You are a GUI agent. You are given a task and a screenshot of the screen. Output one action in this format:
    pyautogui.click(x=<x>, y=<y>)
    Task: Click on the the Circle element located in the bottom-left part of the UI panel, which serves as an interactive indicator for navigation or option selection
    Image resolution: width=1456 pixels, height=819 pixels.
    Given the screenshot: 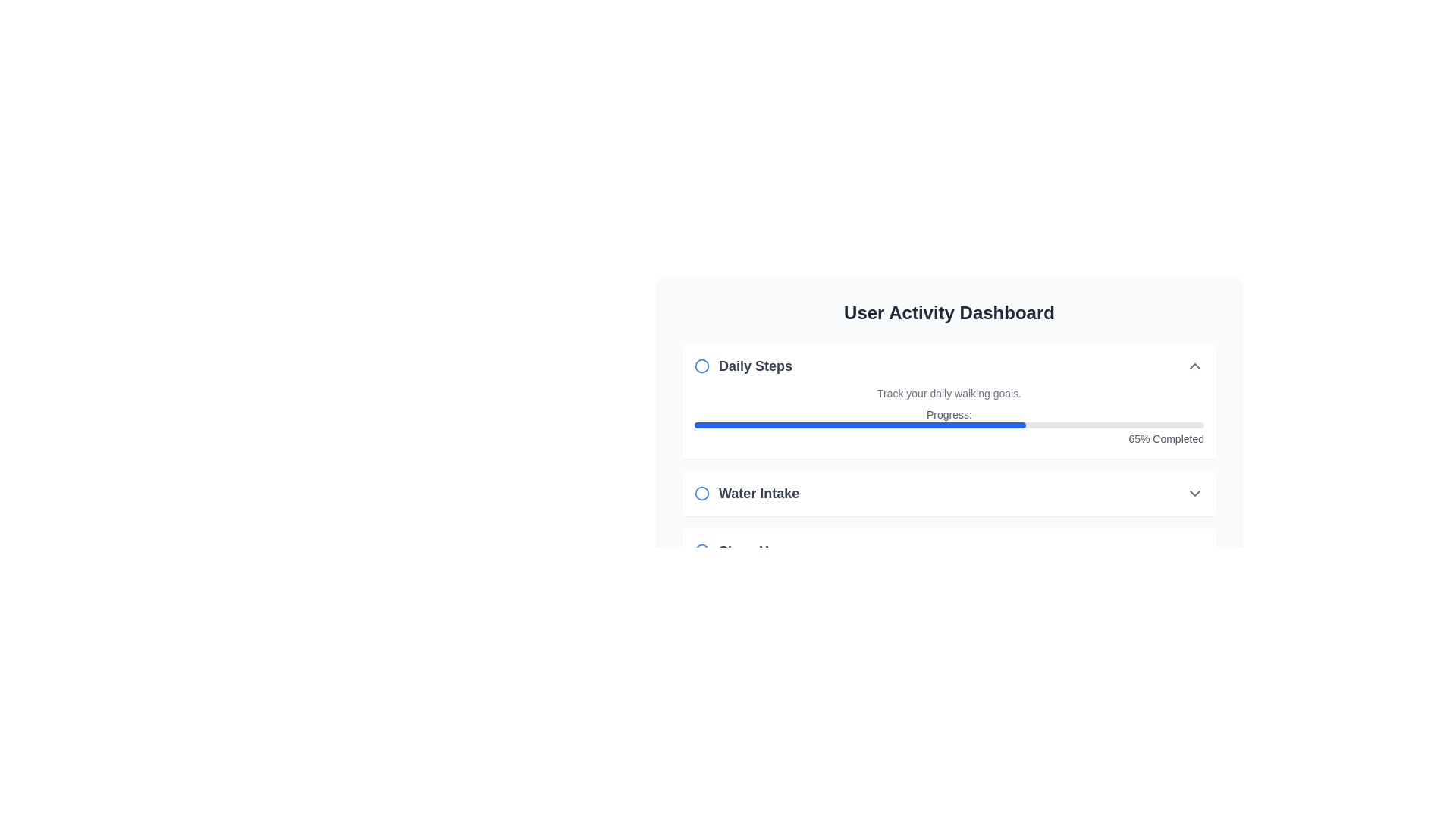 What is the action you would take?
    pyautogui.click(x=701, y=551)
    